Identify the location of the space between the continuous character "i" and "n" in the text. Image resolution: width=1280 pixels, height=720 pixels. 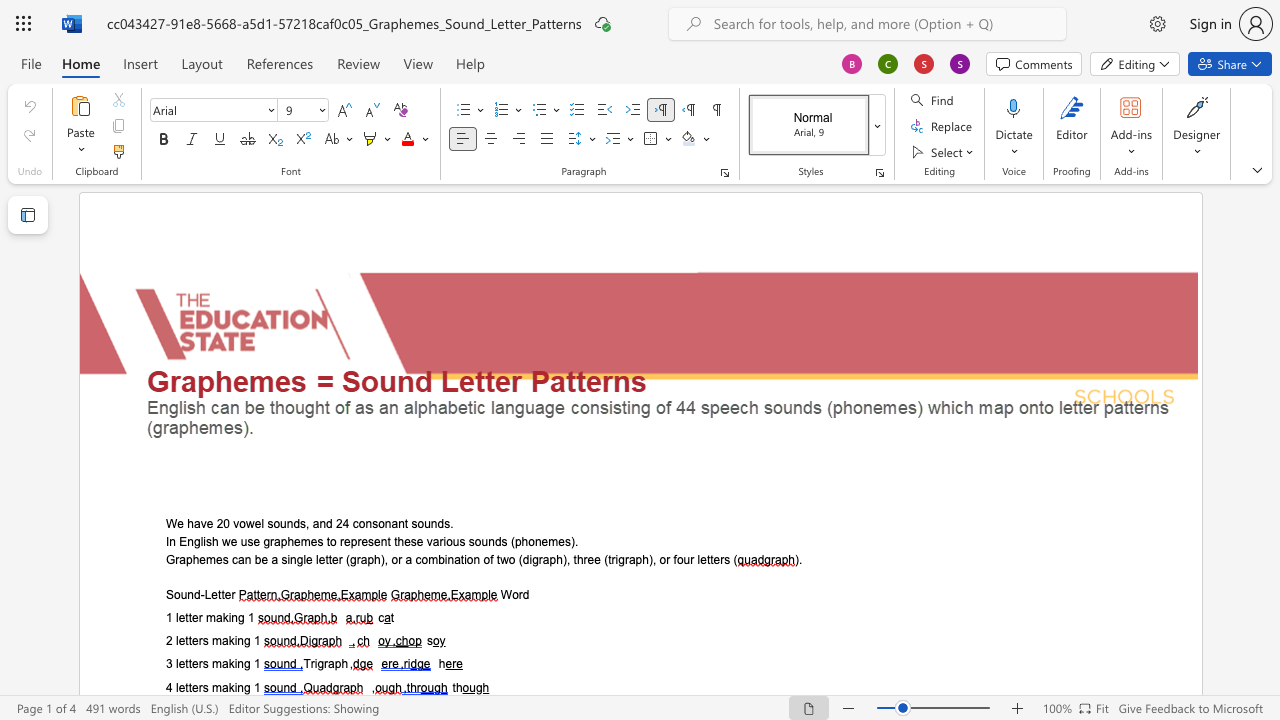
(238, 686).